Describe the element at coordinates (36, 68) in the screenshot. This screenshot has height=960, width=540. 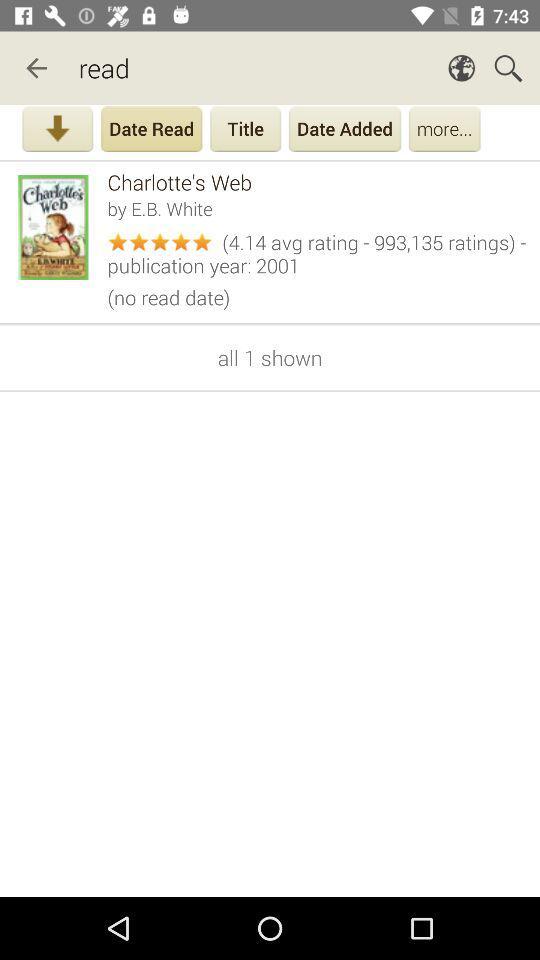
I see `item next to read app` at that location.